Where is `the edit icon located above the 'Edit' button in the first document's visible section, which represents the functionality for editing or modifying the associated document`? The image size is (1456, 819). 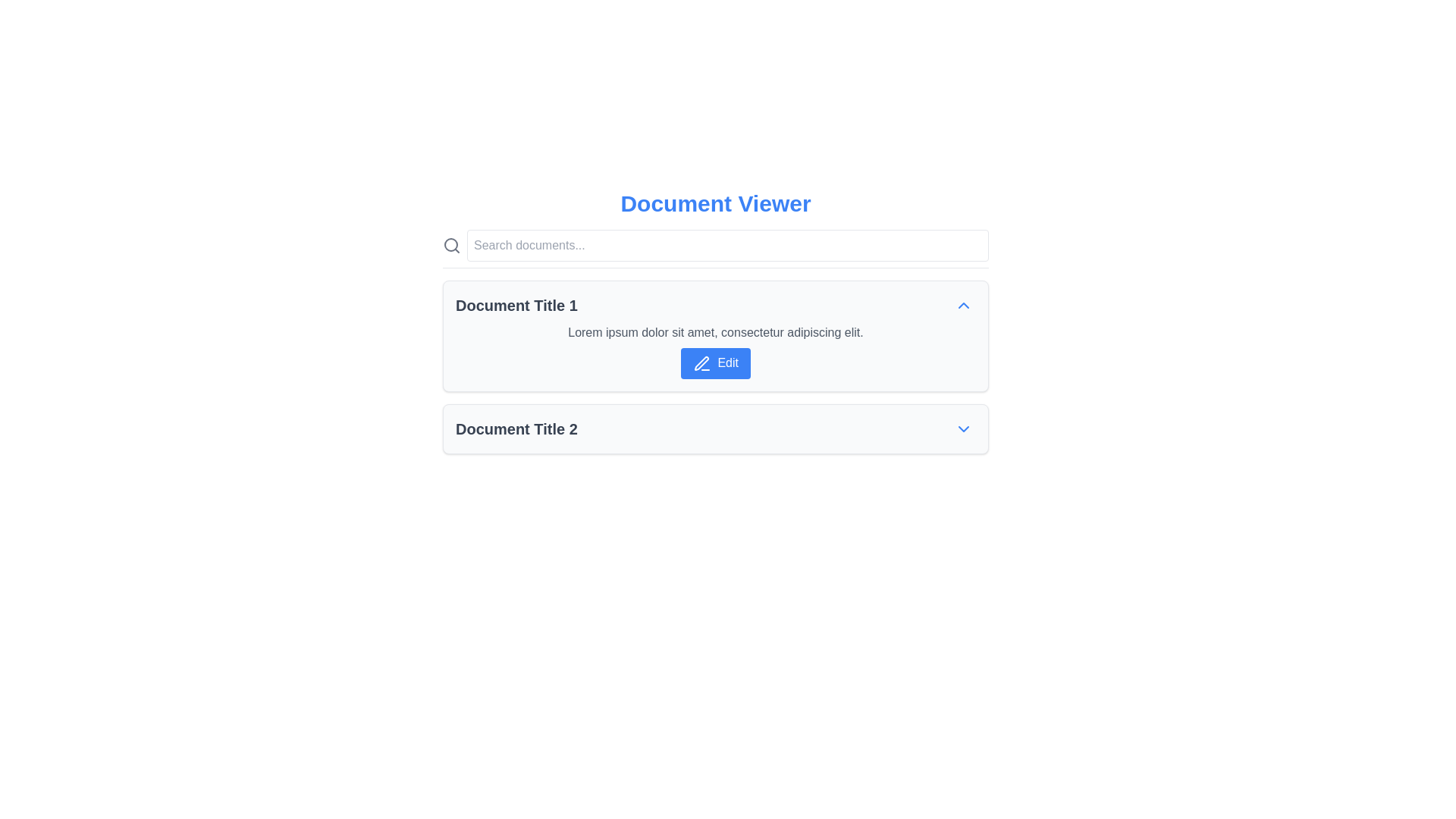 the edit icon located above the 'Edit' button in the first document's visible section, which represents the functionality for editing or modifying the associated document is located at coordinates (701, 363).